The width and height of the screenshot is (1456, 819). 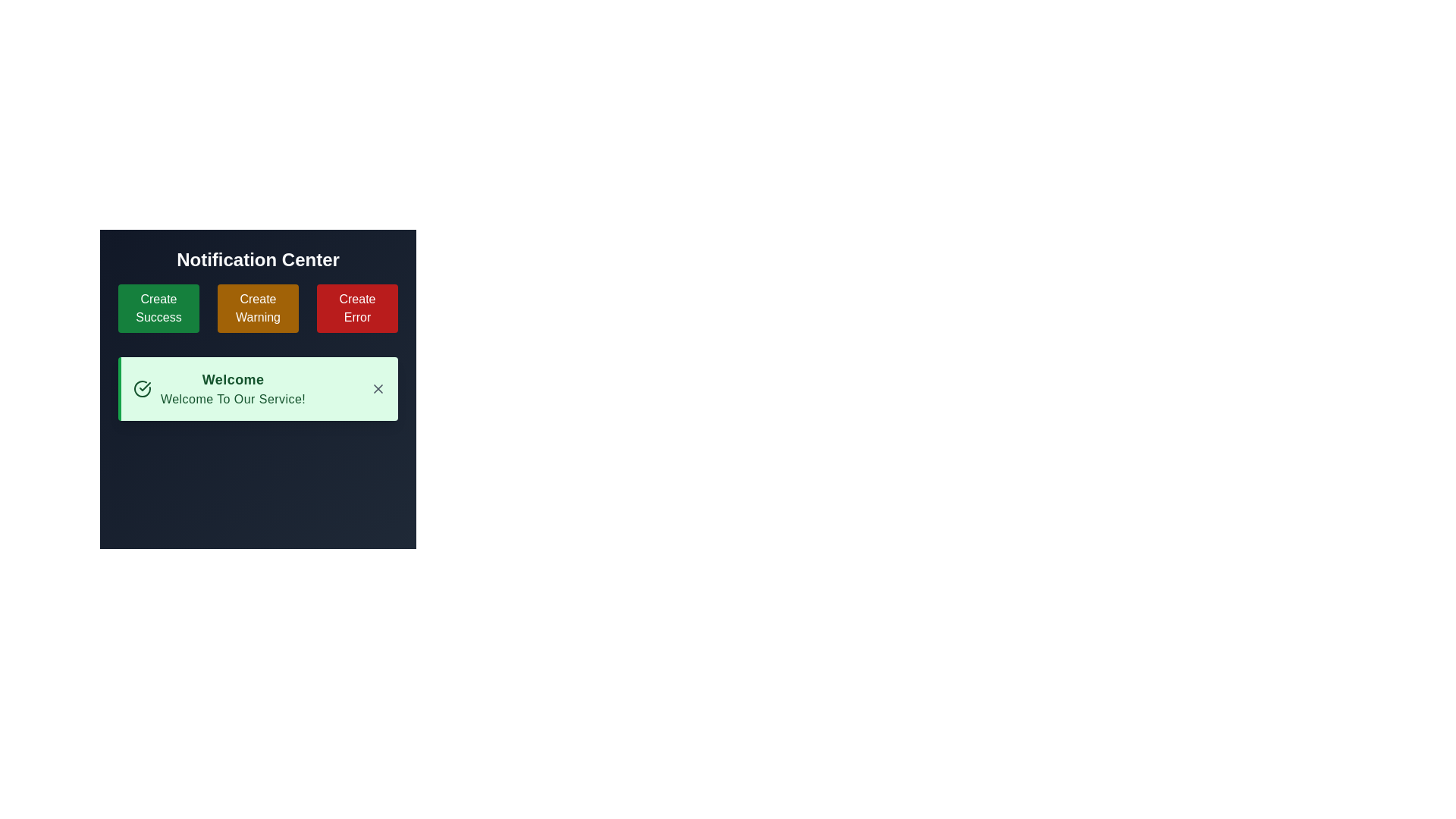 What do you see at coordinates (258, 259) in the screenshot?
I see `the 'Notification Center' text label, which serves as a descriptive header for the Notification Center area` at bounding box center [258, 259].